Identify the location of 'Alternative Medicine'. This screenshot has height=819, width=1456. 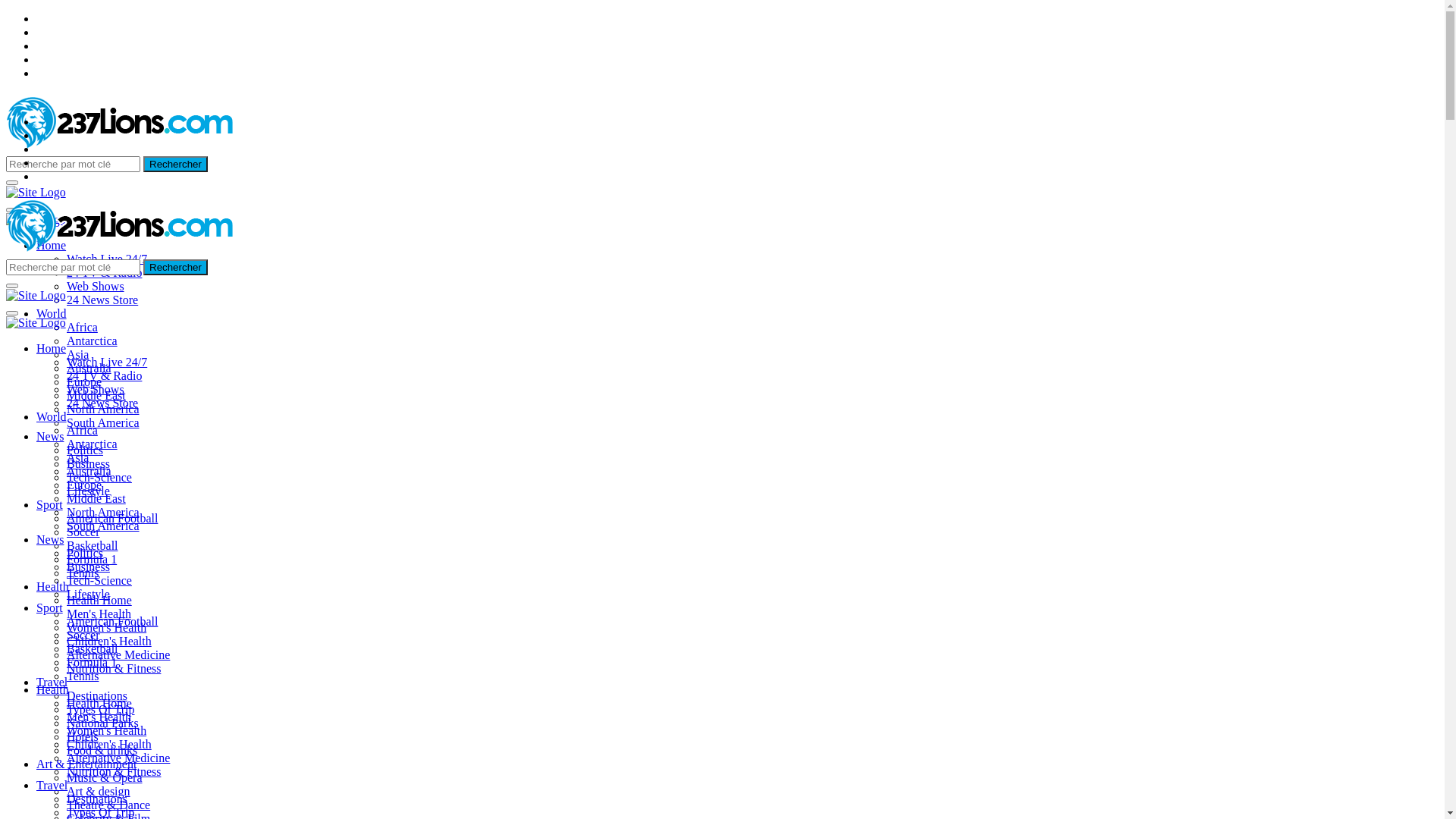
(65, 758).